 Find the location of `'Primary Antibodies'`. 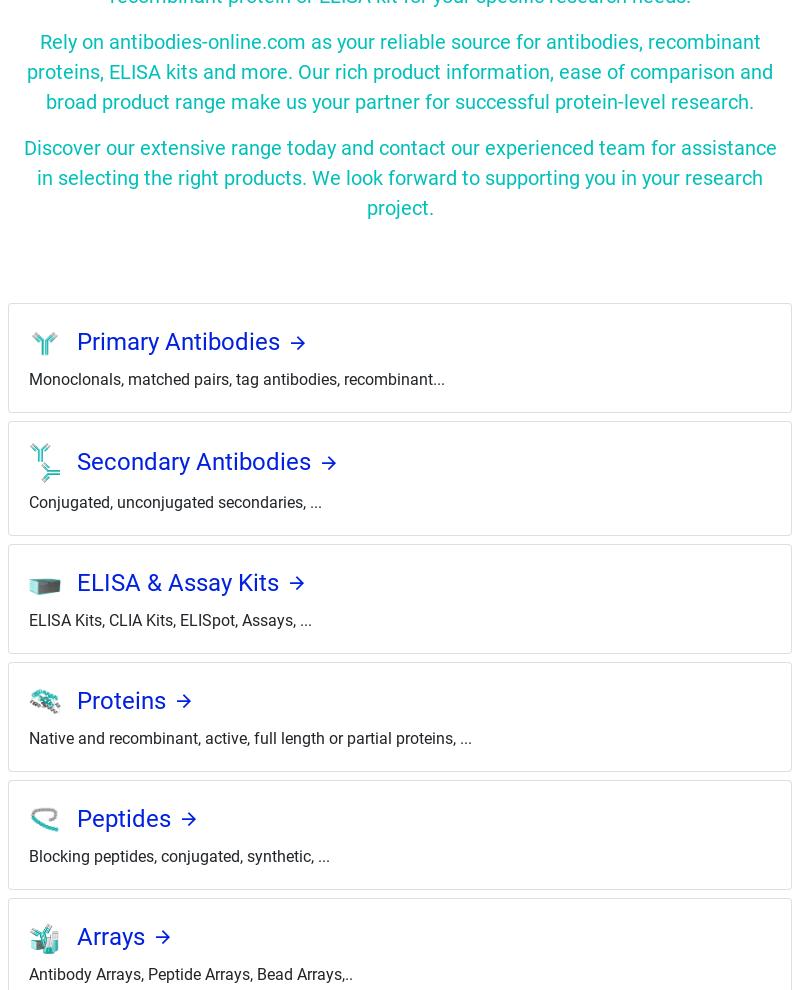

'Primary Antibodies' is located at coordinates (177, 339).